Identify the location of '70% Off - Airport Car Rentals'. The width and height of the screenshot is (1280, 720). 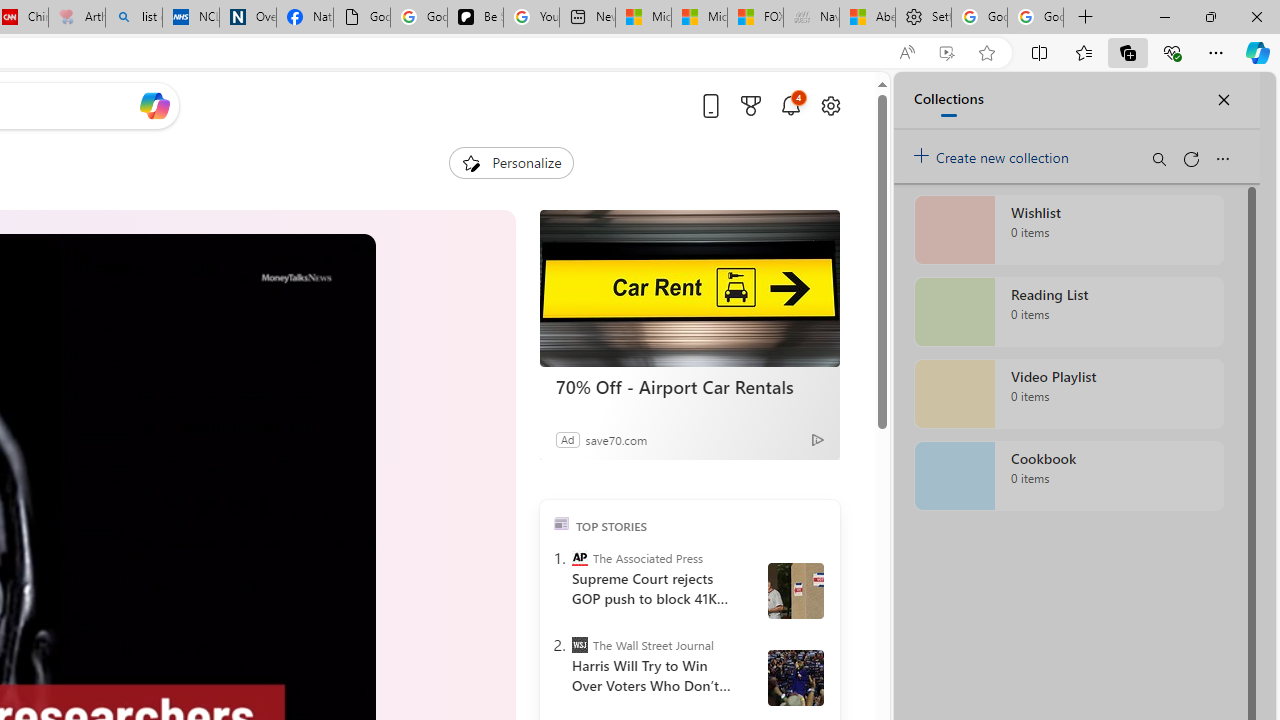
(689, 387).